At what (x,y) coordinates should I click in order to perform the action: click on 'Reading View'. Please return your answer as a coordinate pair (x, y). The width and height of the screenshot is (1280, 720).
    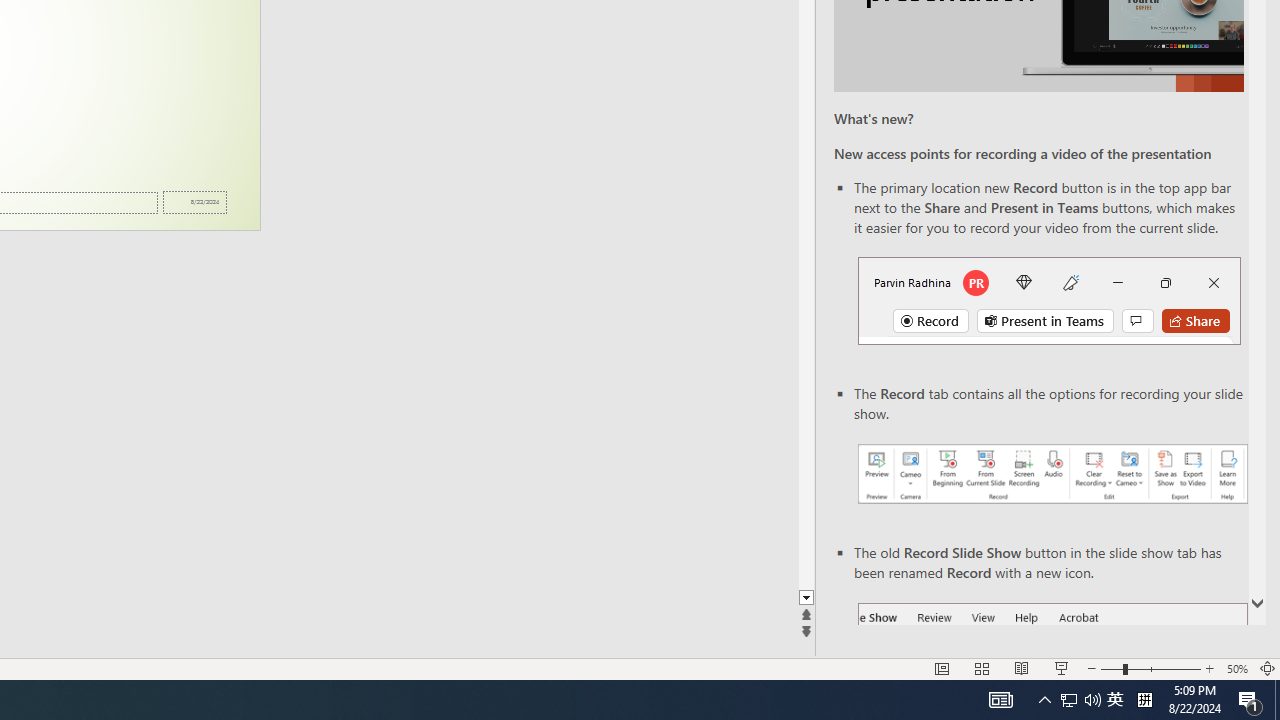
    Looking at the image, I should click on (1022, 669).